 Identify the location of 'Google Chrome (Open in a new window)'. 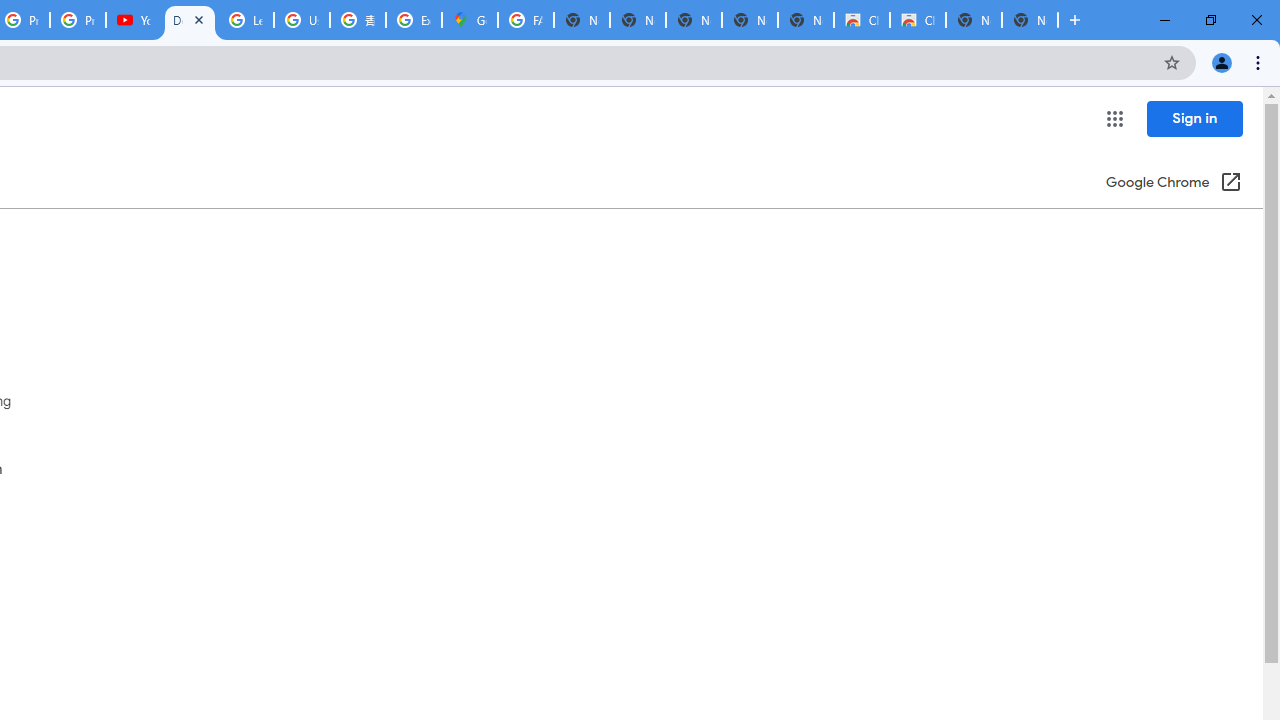
(1173, 183).